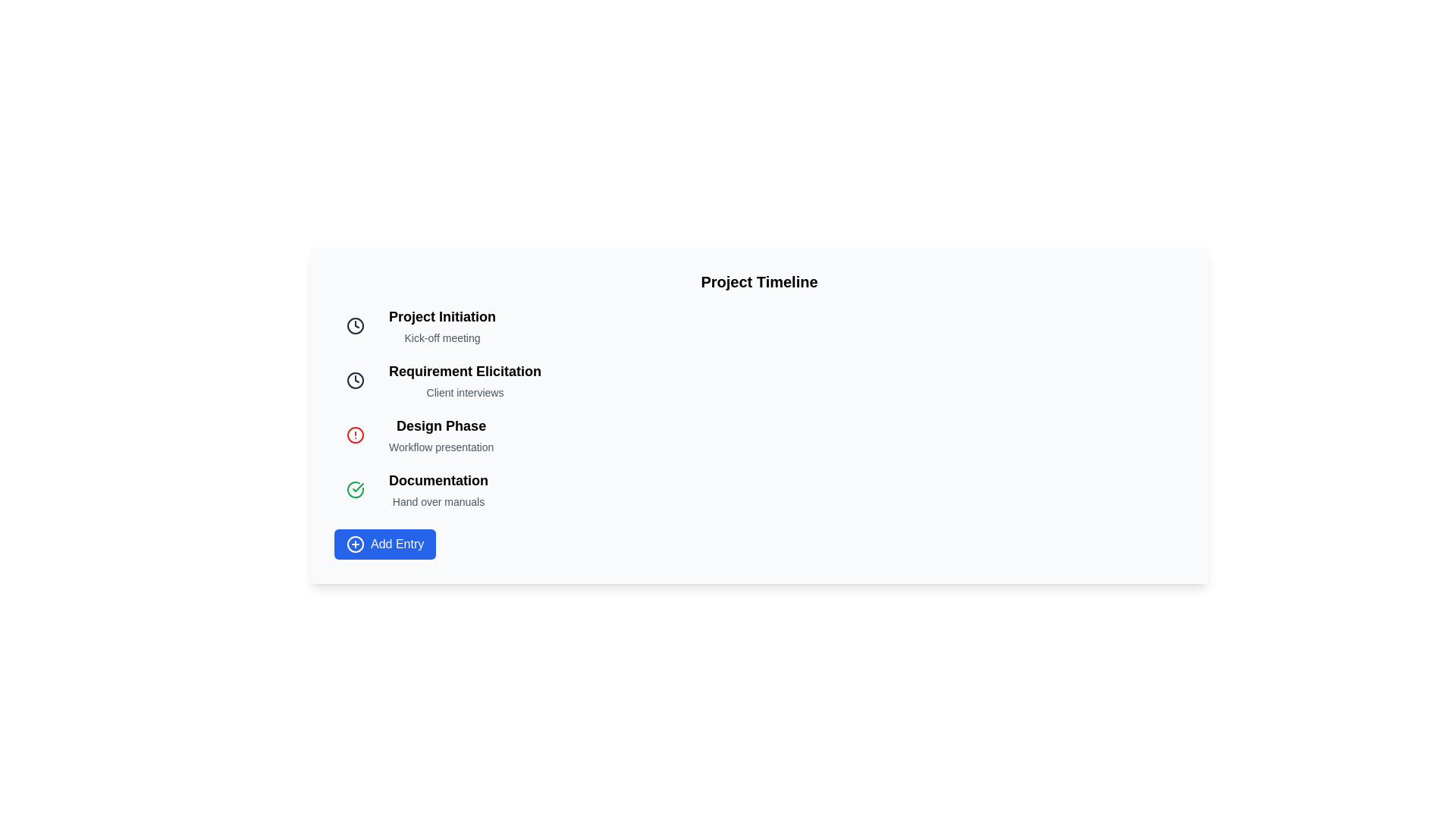 The image size is (1456, 819). Describe the element at coordinates (355, 489) in the screenshot. I see `the circular green checkmark icon indicating a completed state, located to the left of the text 'Documentation' in the fourth position of the vertical timeline interface` at that location.